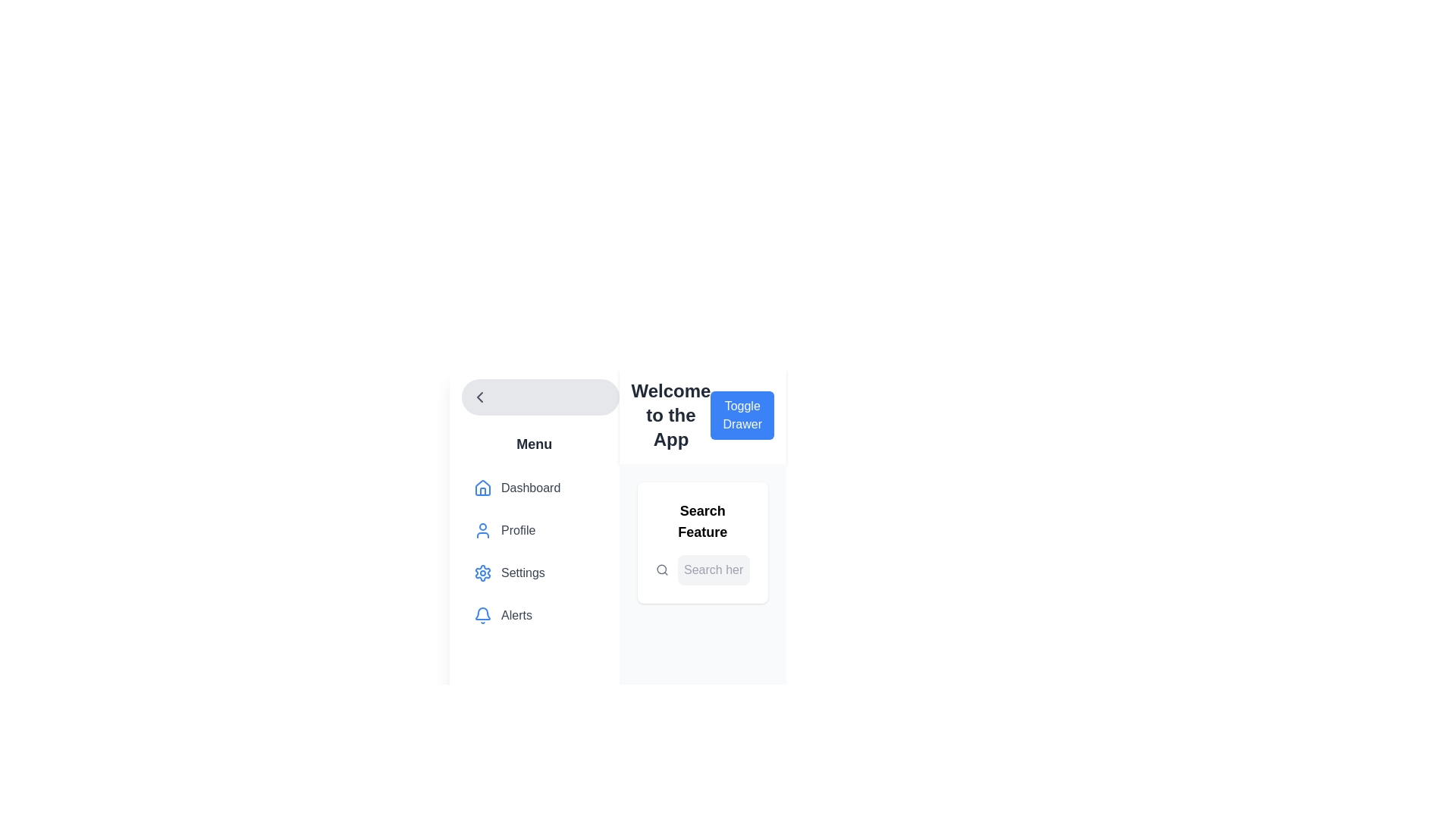 The image size is (1456, 819). What do you see at coordinates (516, 616) in the screenshot?
I see `the 'Alerts' static text label in the sidebar menu` at bounding box center [516, 616].